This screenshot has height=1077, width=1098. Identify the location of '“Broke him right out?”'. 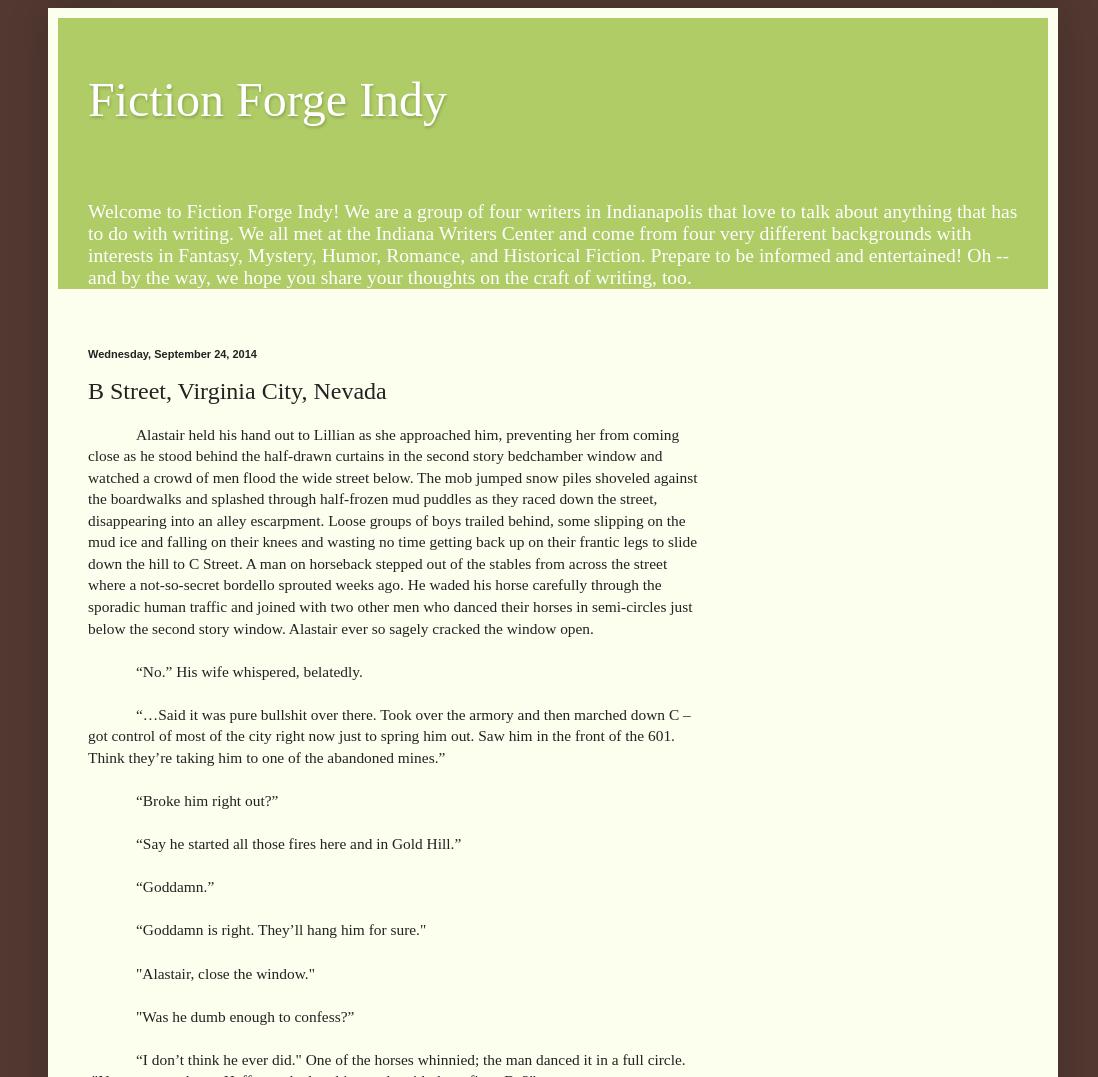
(136, 800).